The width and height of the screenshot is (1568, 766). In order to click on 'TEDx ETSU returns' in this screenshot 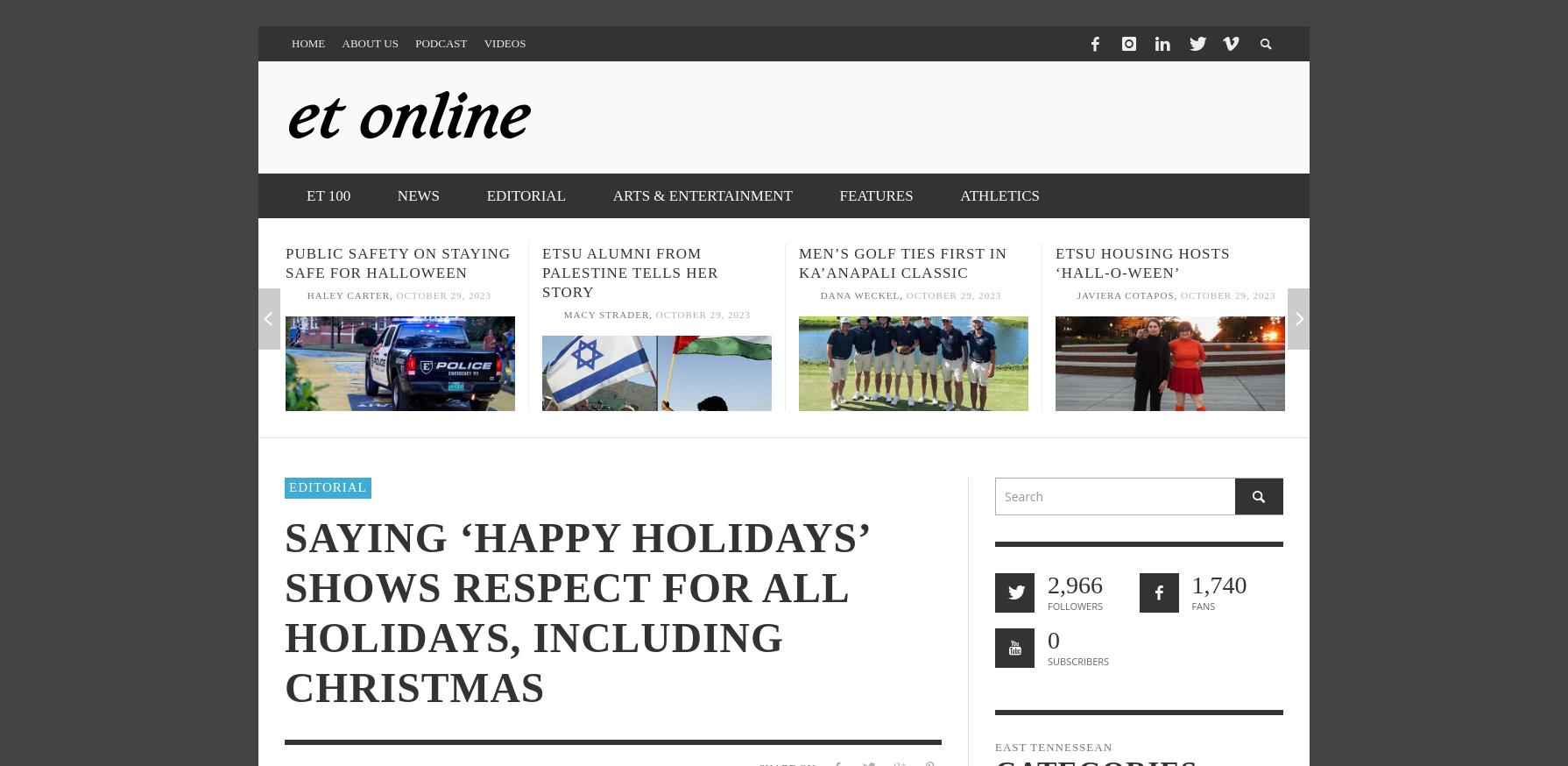, I will do `click(1311, 253)`.